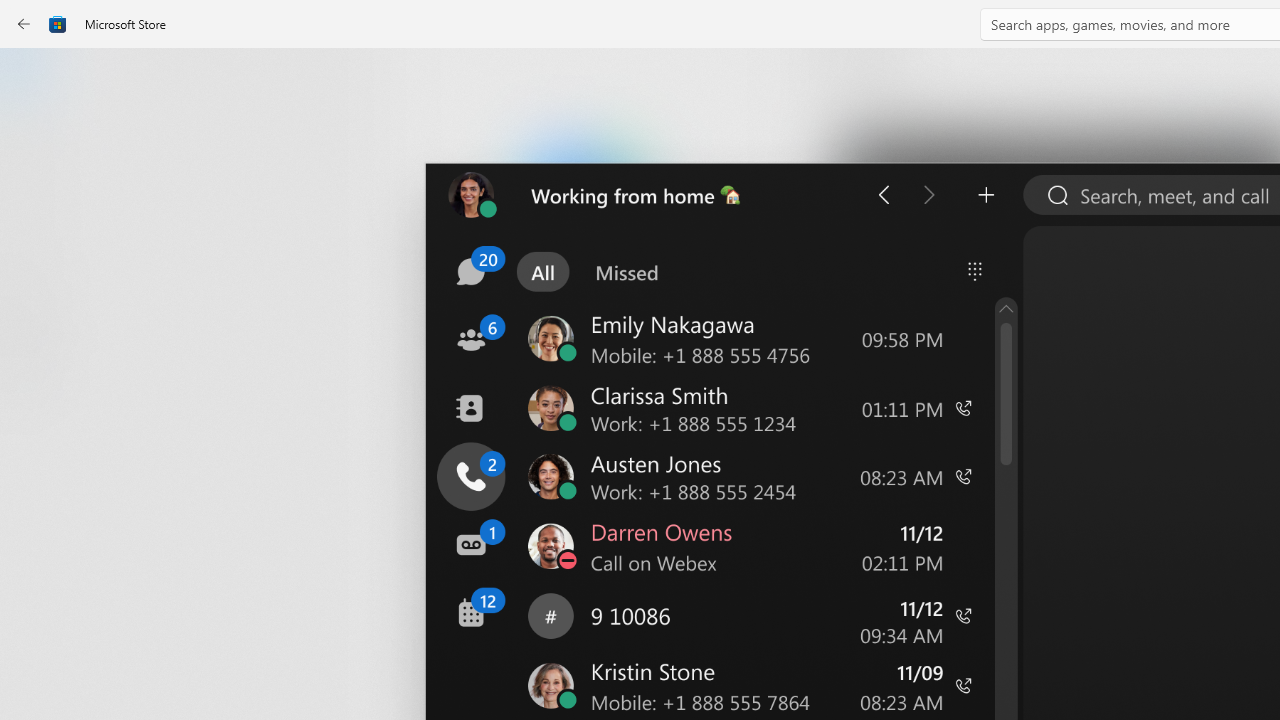  Describe the element at coordinates (35, 78) in the screenshot. I see `'Home'` at that location.